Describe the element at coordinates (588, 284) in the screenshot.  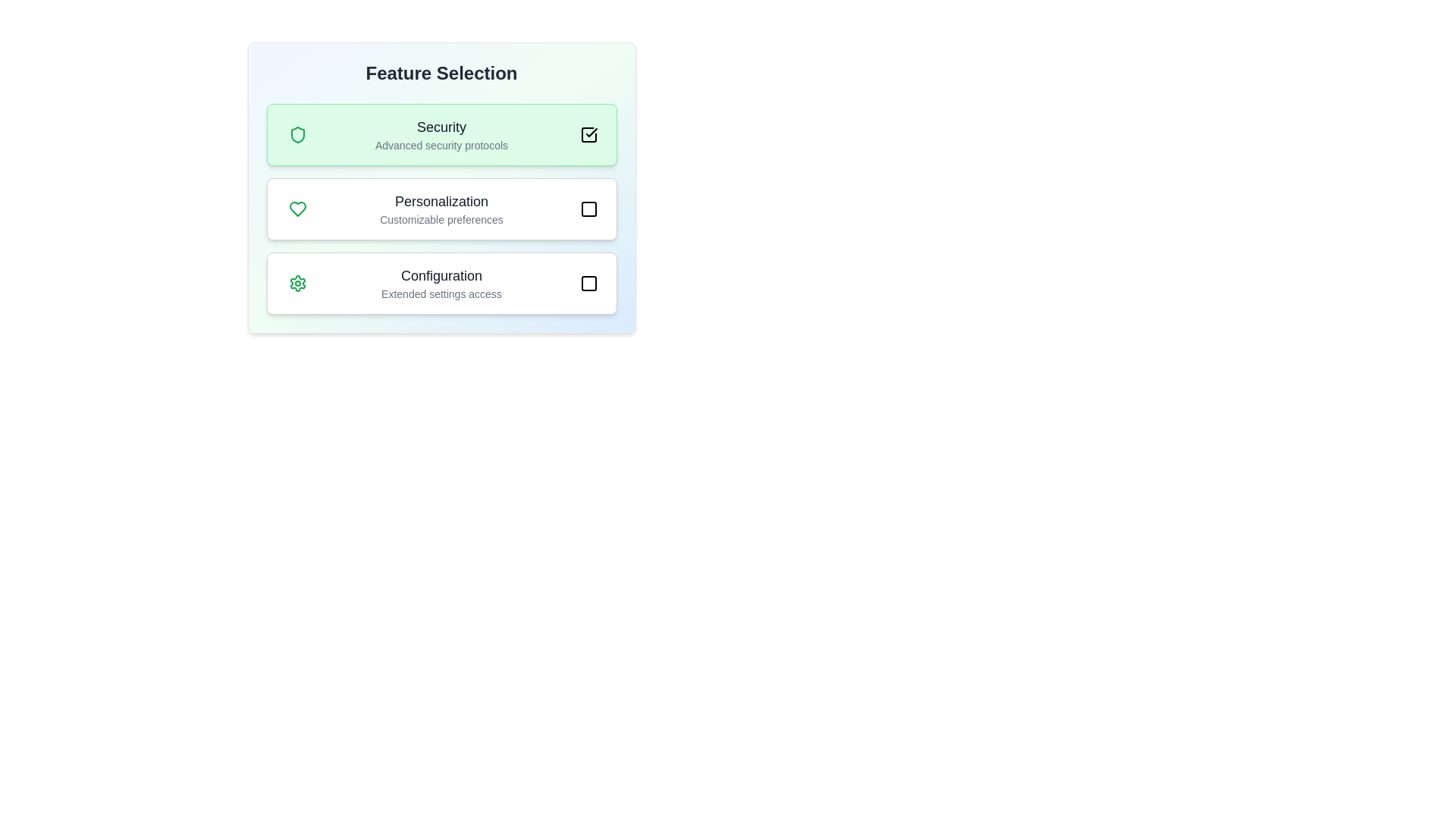
I see `the checkbox located in the Configuration section, which is a small square with rounded corners and a minimalist design` at that location.